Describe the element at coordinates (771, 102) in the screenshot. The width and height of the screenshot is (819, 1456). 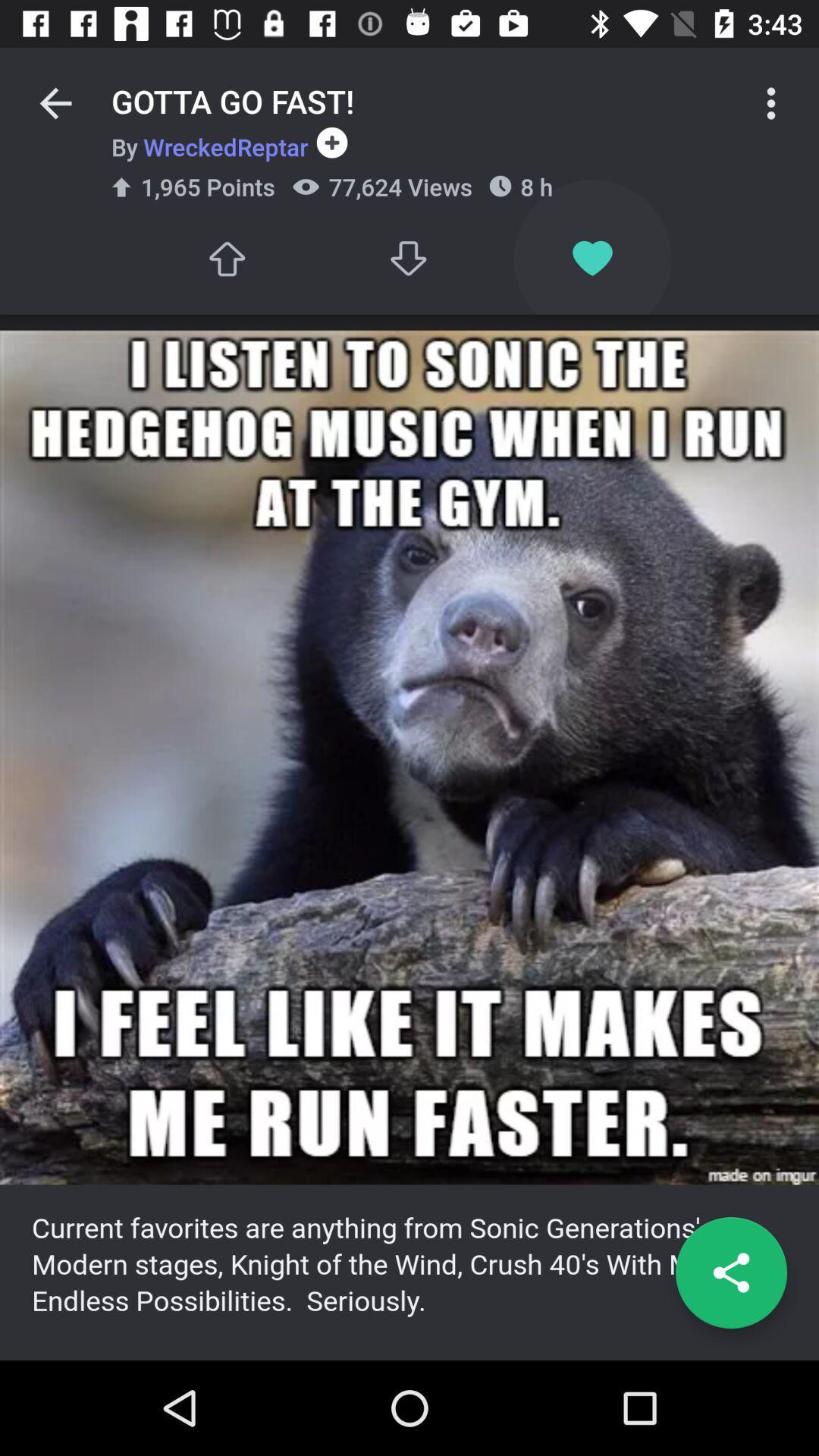
I see `the icon to the right of 8 h icon` at that location.